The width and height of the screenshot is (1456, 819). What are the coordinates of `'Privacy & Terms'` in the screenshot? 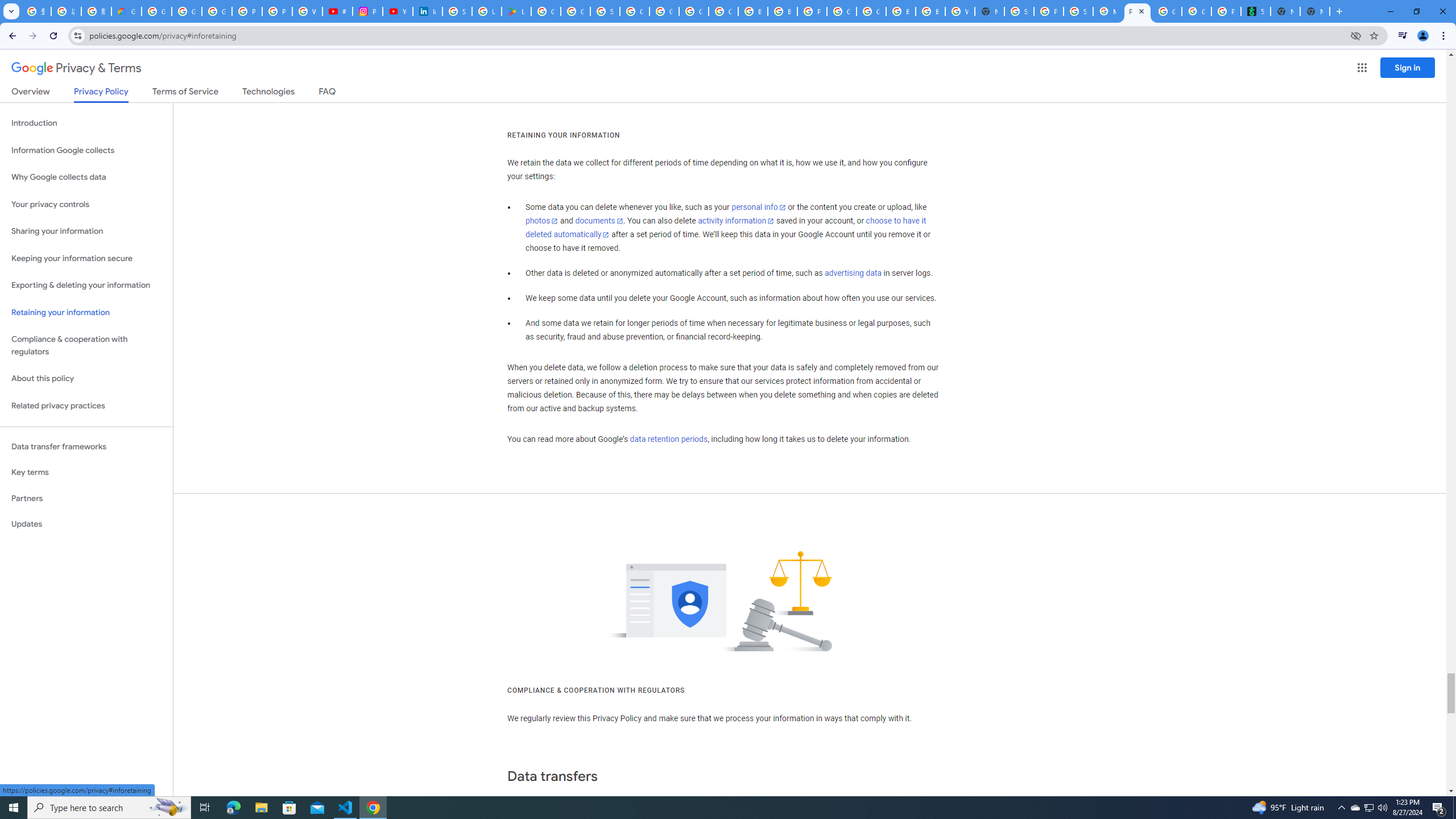 It's located at (76, 68).